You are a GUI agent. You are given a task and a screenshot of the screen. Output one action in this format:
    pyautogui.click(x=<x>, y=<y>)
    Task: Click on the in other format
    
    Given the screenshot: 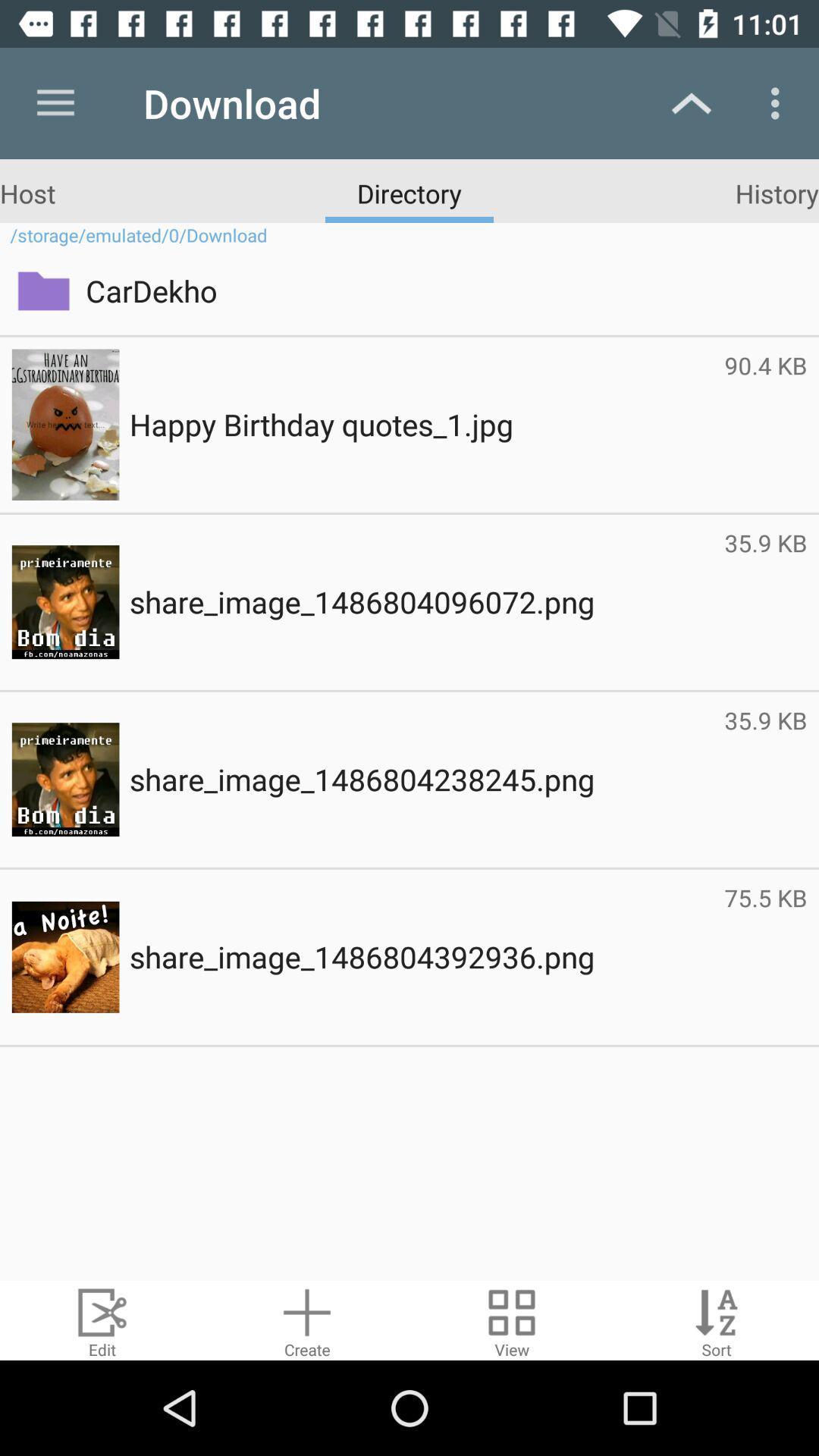 What is the action you would take?
    pyautogui.click(x=512, y=1319)
    